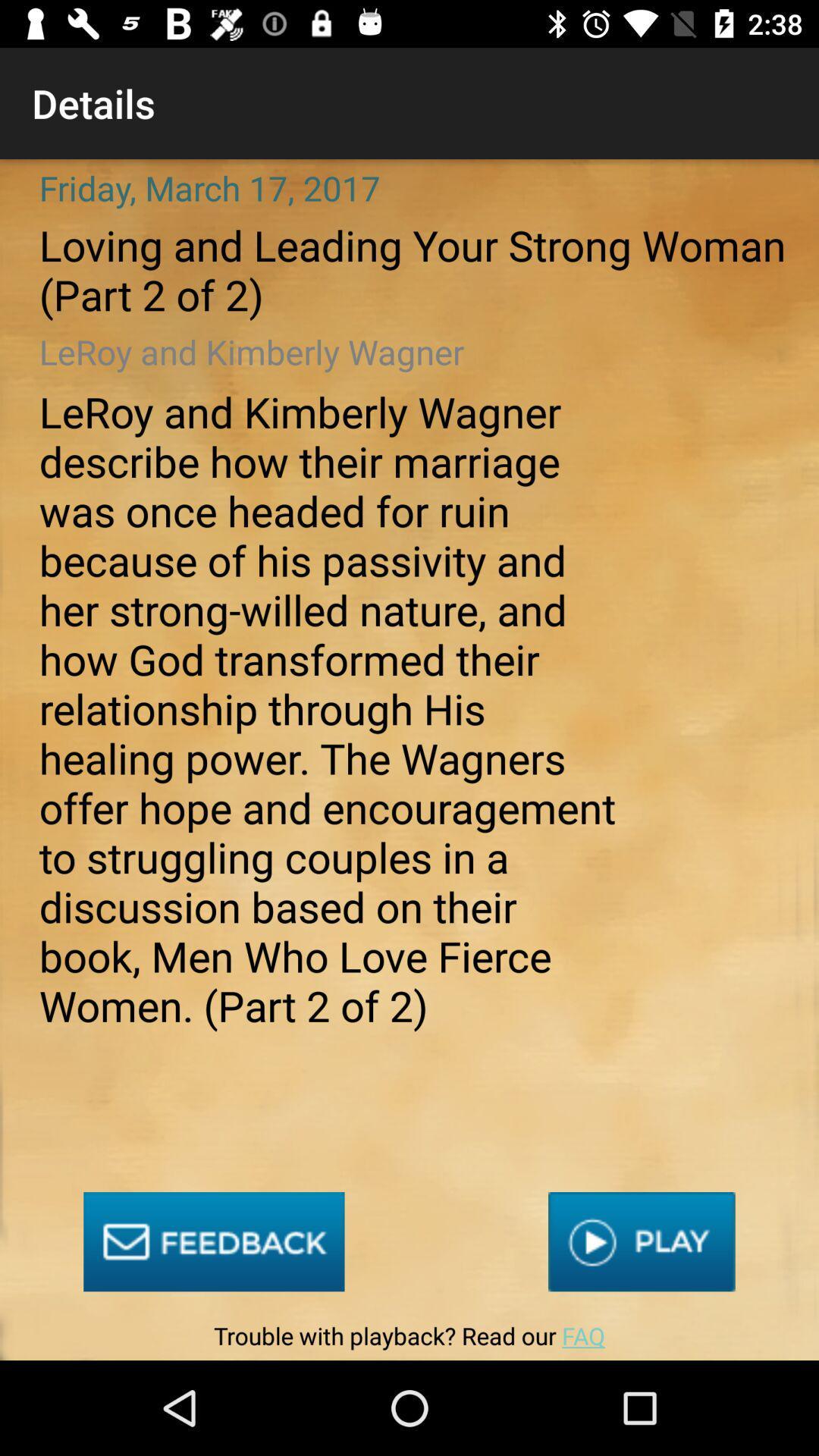 Image resolution: width=819 pixels, height=1456 pixels. Describe the element at coordinates (214, 1241) in the screenshot. I see `item below leroy and kimberly` at that location.